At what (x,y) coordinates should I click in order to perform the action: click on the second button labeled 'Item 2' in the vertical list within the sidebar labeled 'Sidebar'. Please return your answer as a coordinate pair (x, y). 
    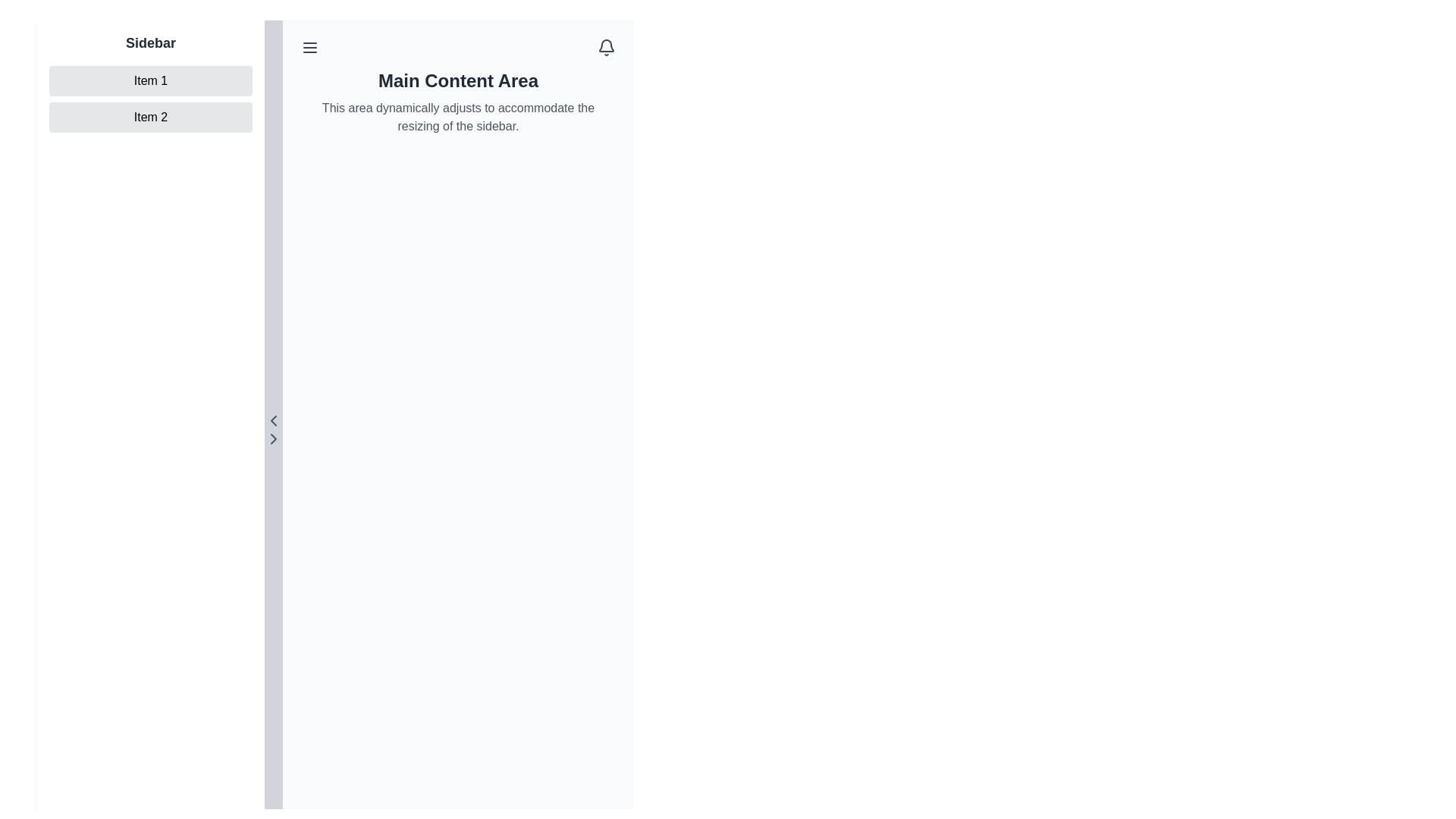
    Looking at the image, I should click on (150, 99).